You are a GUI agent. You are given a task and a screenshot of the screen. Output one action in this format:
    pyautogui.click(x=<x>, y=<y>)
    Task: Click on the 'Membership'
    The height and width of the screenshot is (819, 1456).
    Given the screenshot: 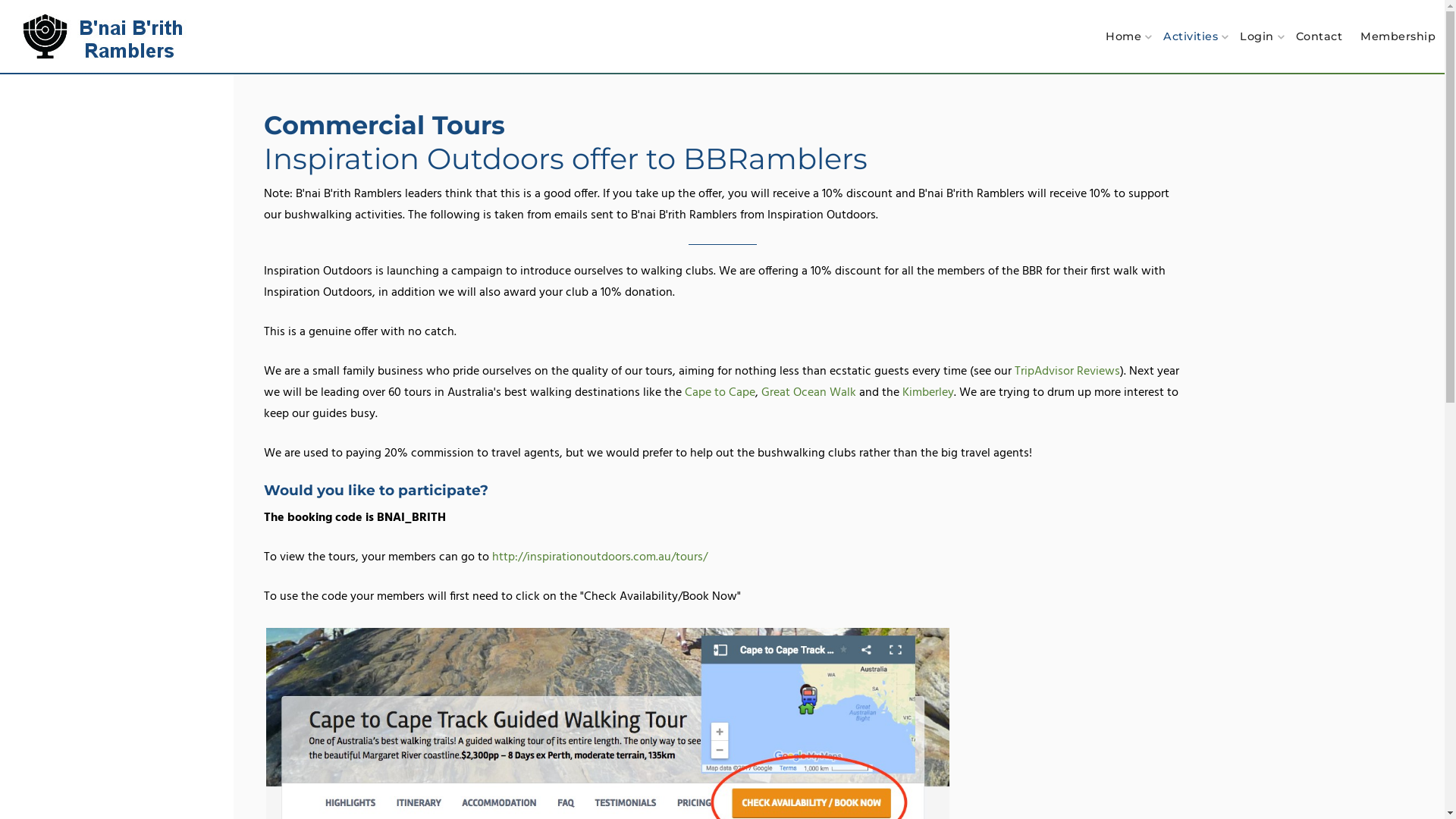 What is the action you would take?
    pyautogui.click(x=1397, y=35)
    